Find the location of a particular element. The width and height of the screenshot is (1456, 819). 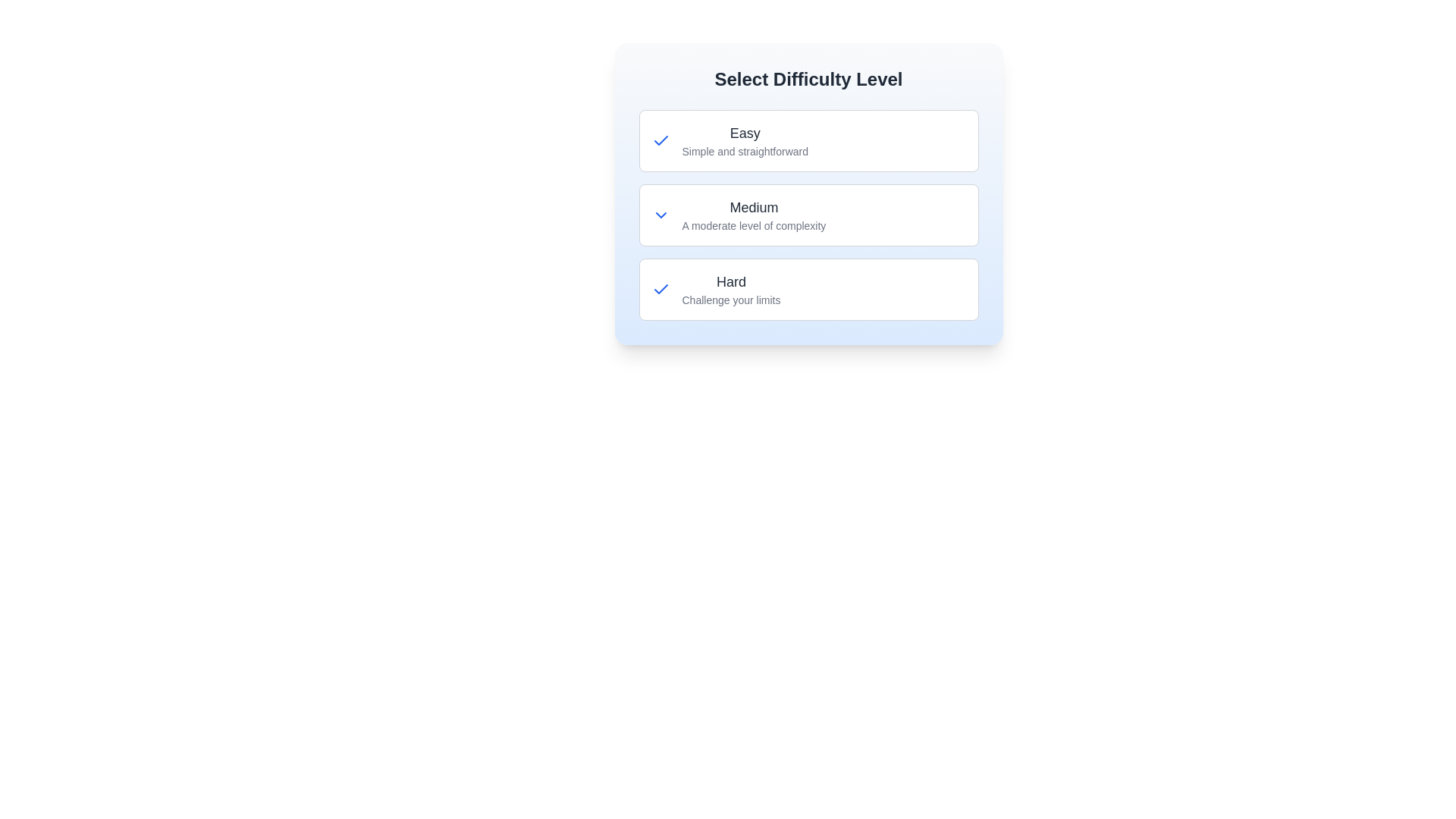

the 'Hard' difficulty label, which is styled with a medium font weight and large dark gray text, located in the third option block of the difficulty selection interface is located at coordinates (731, 281).